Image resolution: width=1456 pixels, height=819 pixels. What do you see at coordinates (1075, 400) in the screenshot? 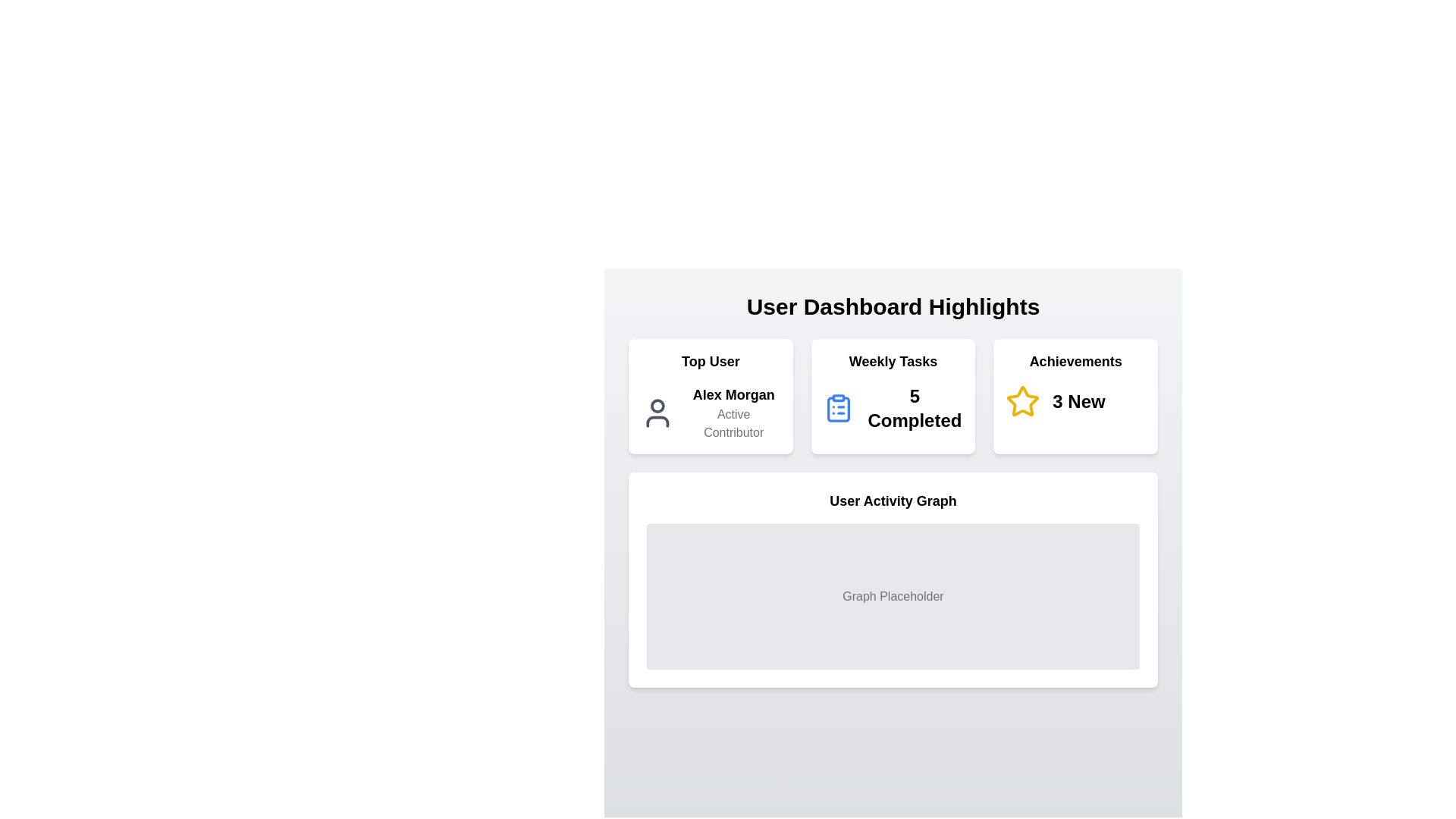
I see `the 'Achievements' text with icon element` at bounding box center [1075, 400].